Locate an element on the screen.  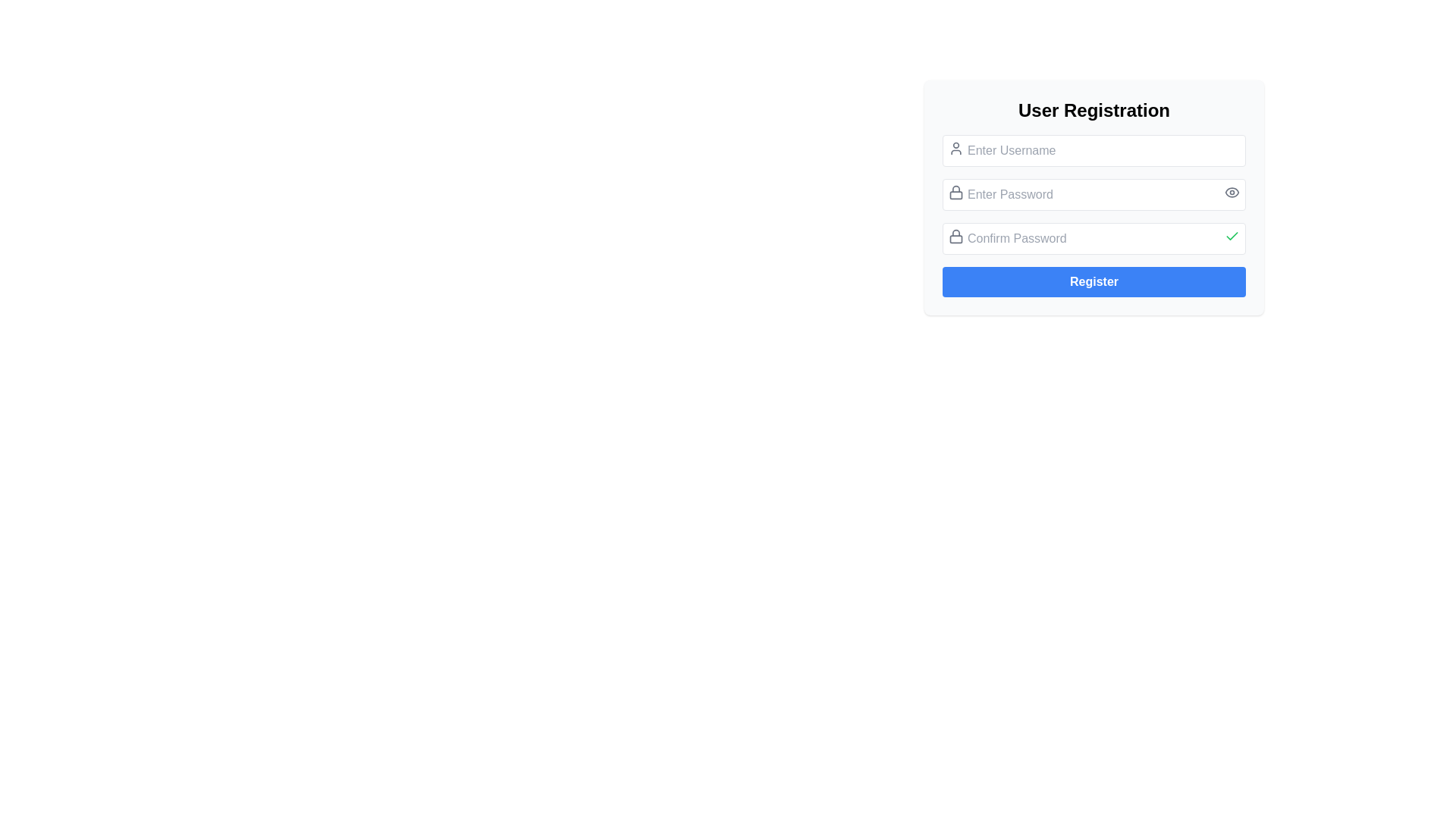
the icon indicating the Confirm Password field in the user registration form, located at the top-left corner of the Confirm Password field is located at coordinates (955, 237).